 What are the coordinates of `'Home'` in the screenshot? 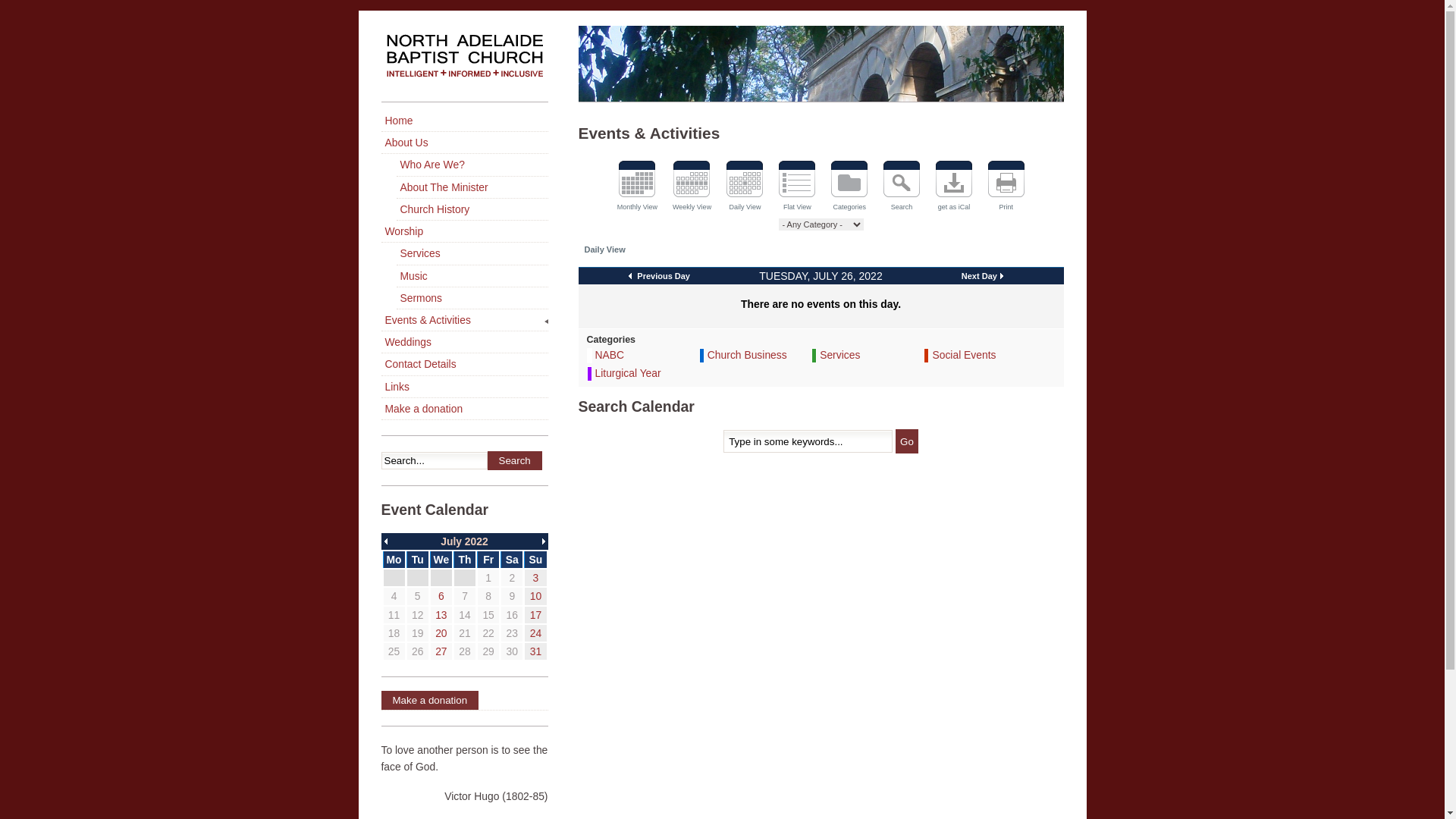 It's located at (463, 120).